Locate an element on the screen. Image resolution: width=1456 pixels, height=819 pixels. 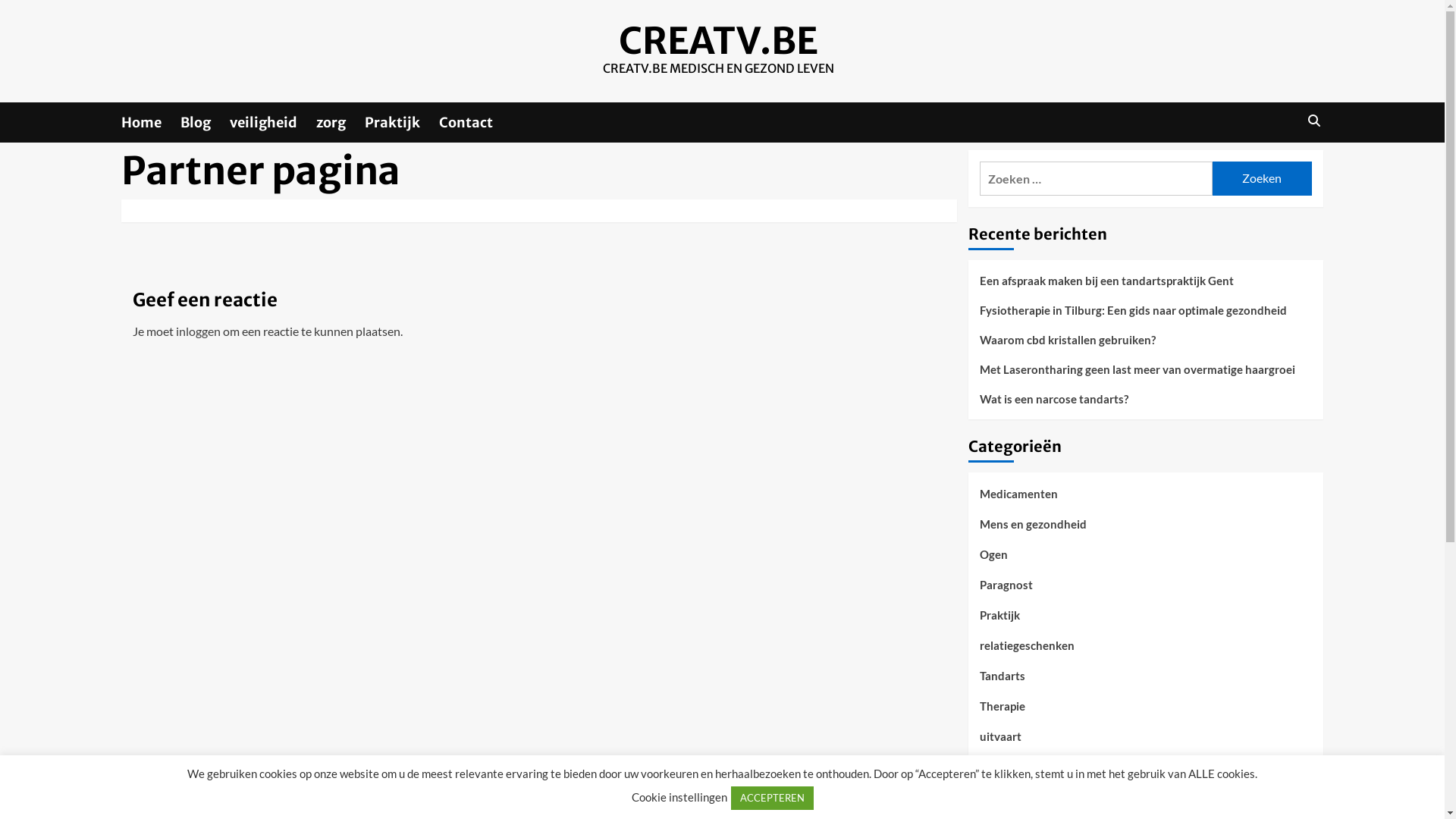
'Zoeken' is located at coordinates (1262, 177).